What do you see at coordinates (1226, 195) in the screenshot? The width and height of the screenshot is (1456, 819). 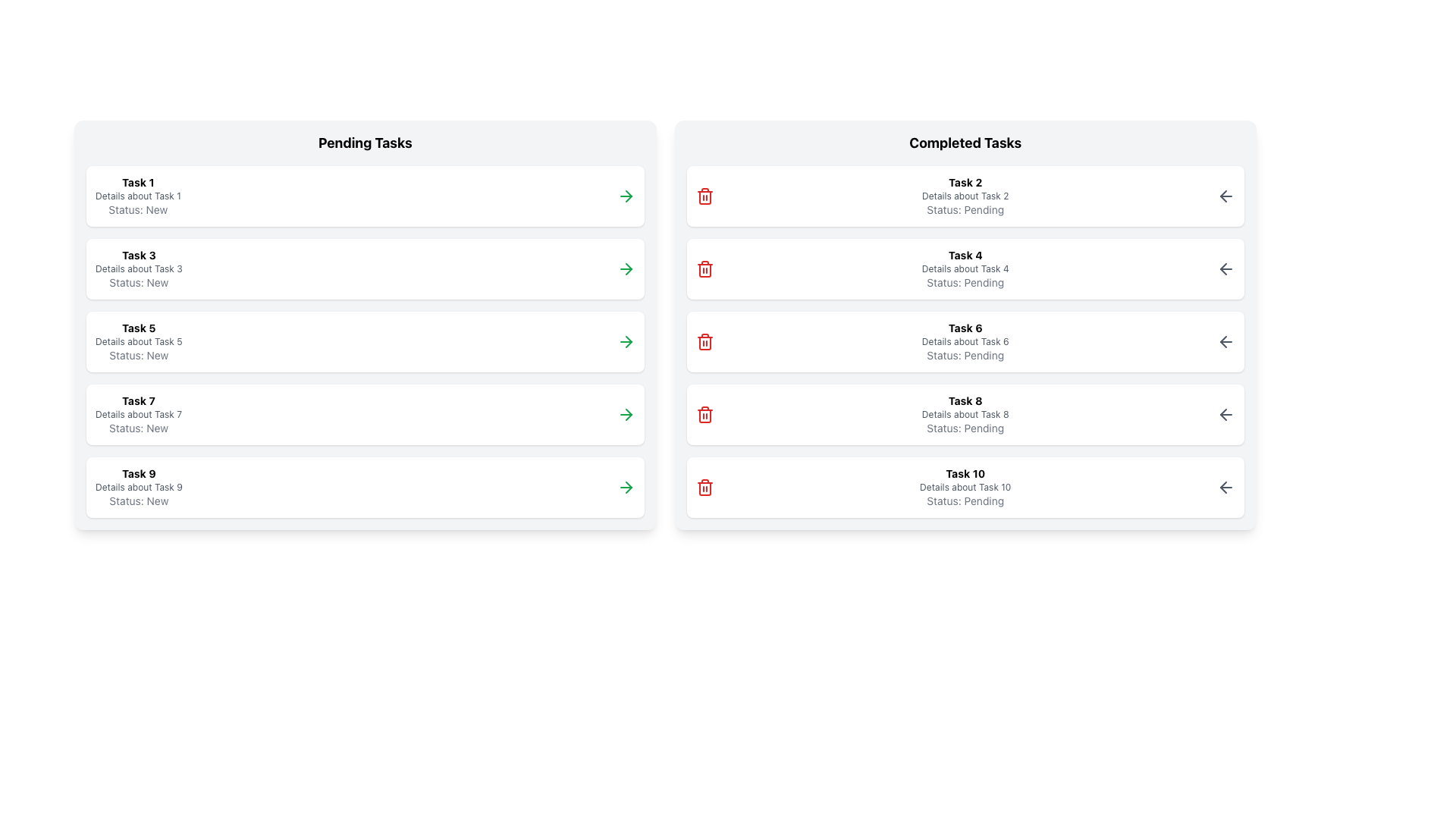 I see `the navigational arrow icon located on the rightmost side of the topmost task card in the 'Completed Tasks' column to invoke its action` at bounding box center [1226, 195].